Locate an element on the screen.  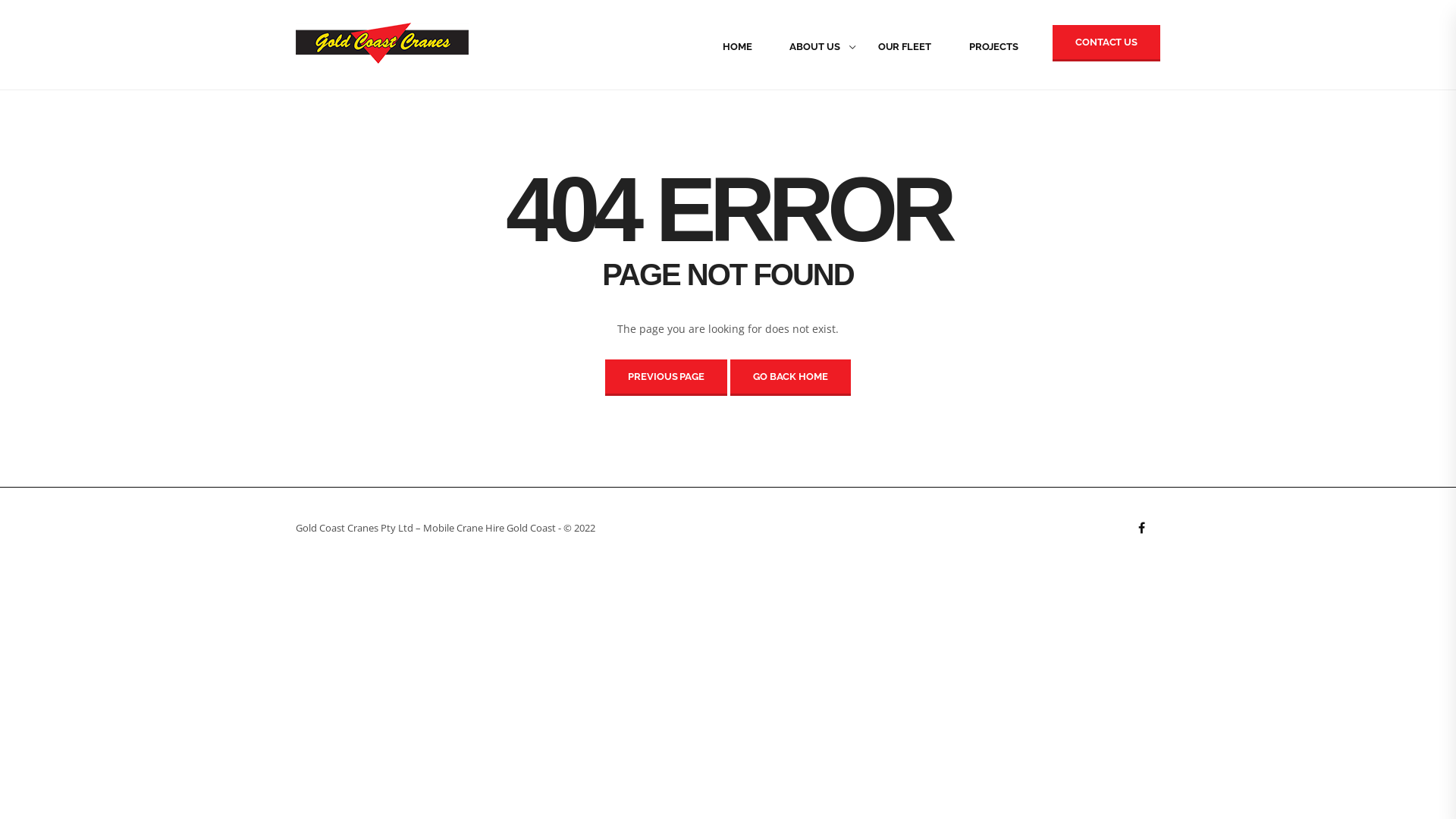
'HOME' is located at coordinates (737, 45).